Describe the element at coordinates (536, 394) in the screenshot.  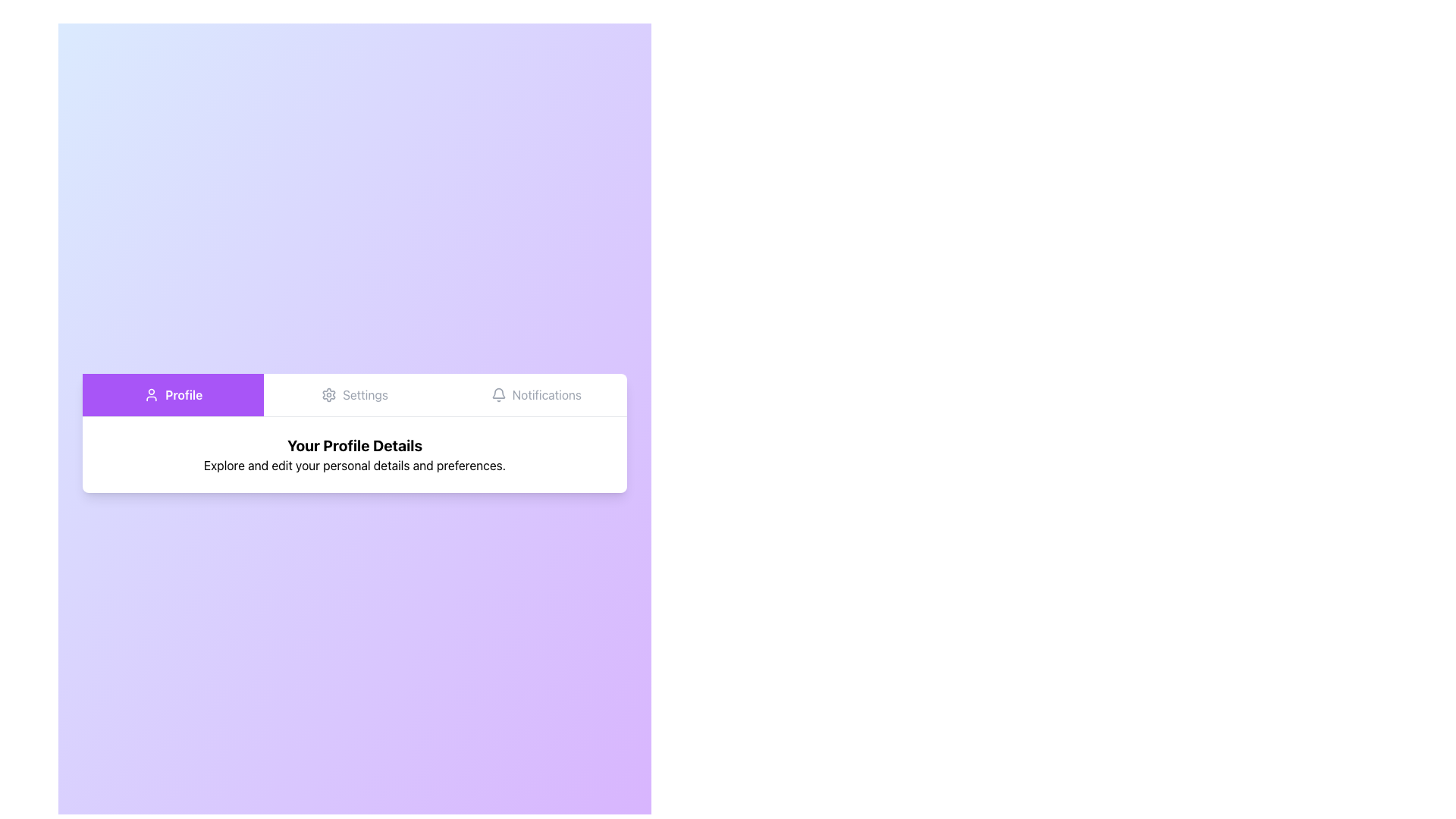
I see `the navigation button located in the rightmost section of the horizontal navigation bar, following the 'Settings' button, to redirect users to the notifications page` at that location.